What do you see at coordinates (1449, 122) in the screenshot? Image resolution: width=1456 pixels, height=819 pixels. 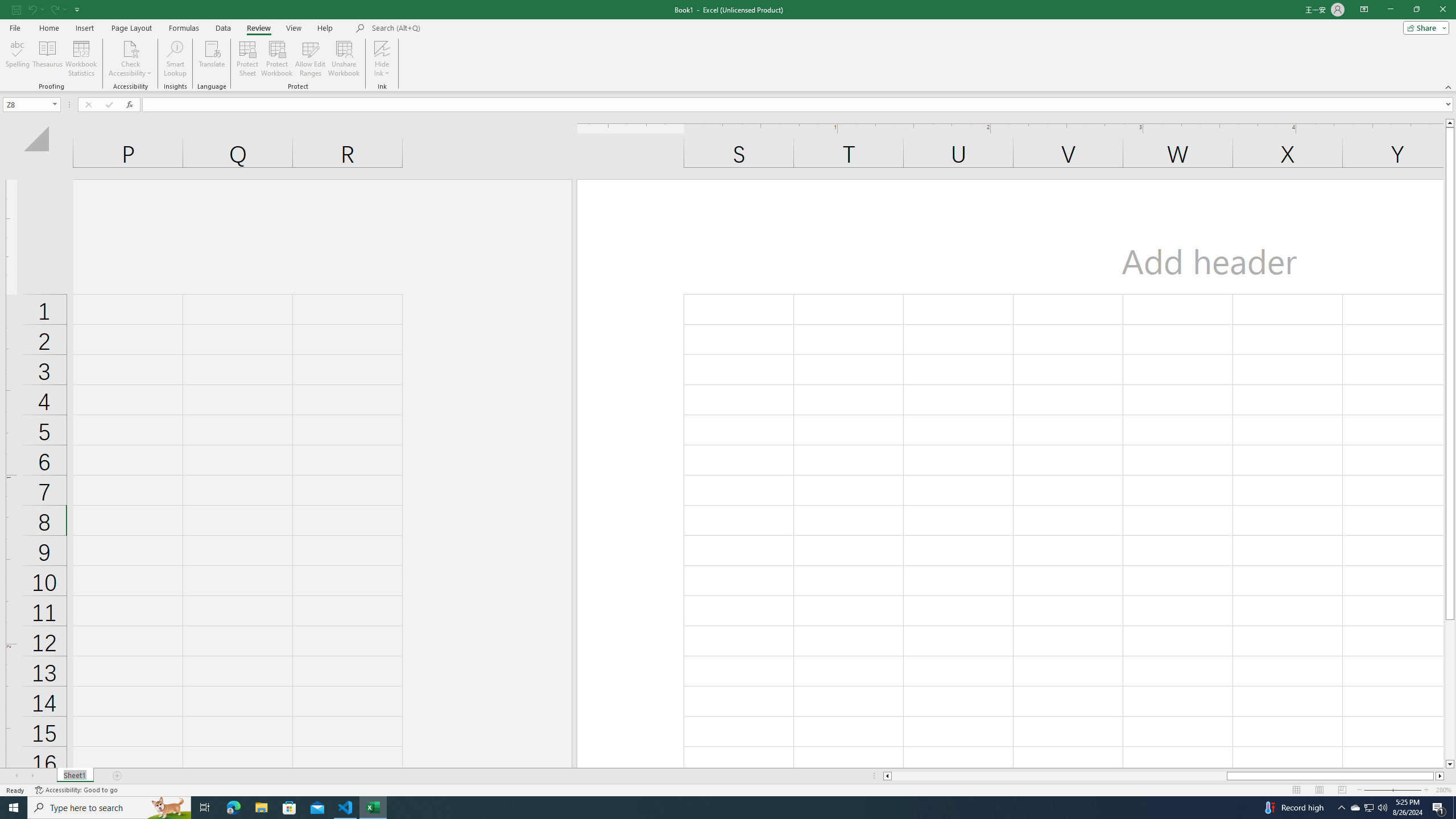 I see `'Line up'` at bounding box center [1449, 122].